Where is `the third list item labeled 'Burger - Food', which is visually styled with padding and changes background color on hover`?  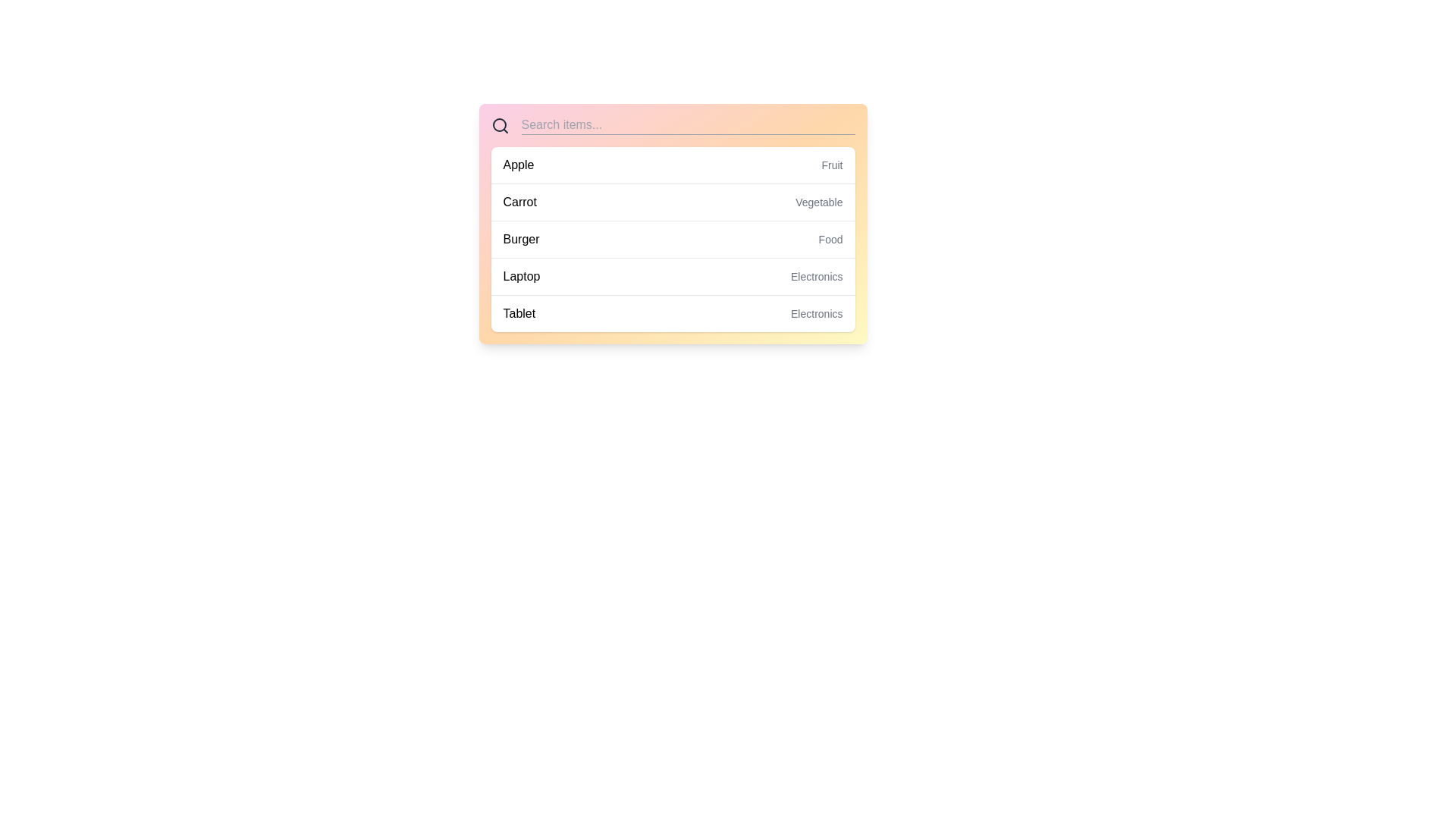 the third list item labeled 'Burger - Food', which is visually styled with padding and changes background color on hover is located at coordinates (672, 224).